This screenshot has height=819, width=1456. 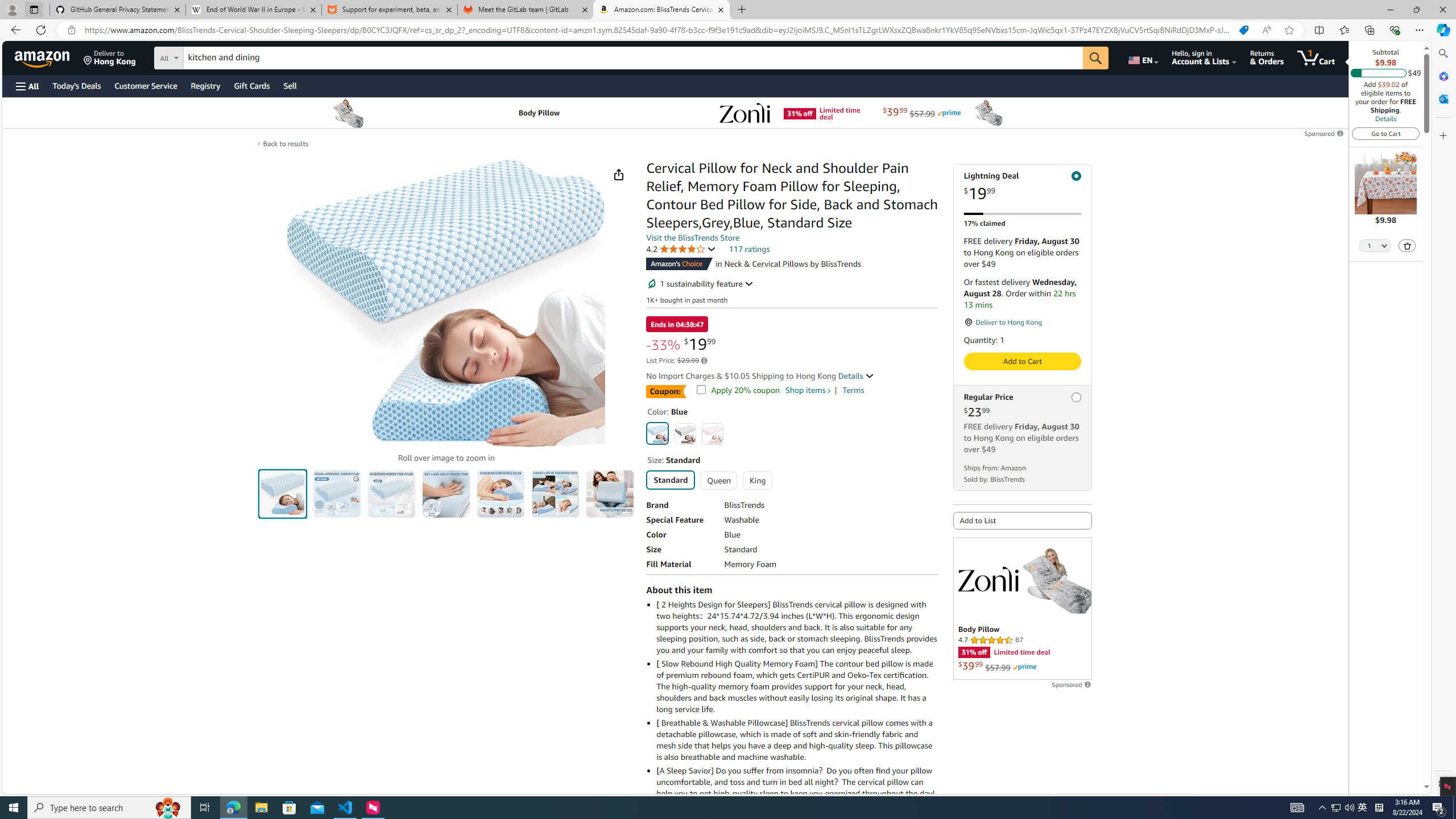 I want to click on 'Search Amazon', so click(x=632, y=58).